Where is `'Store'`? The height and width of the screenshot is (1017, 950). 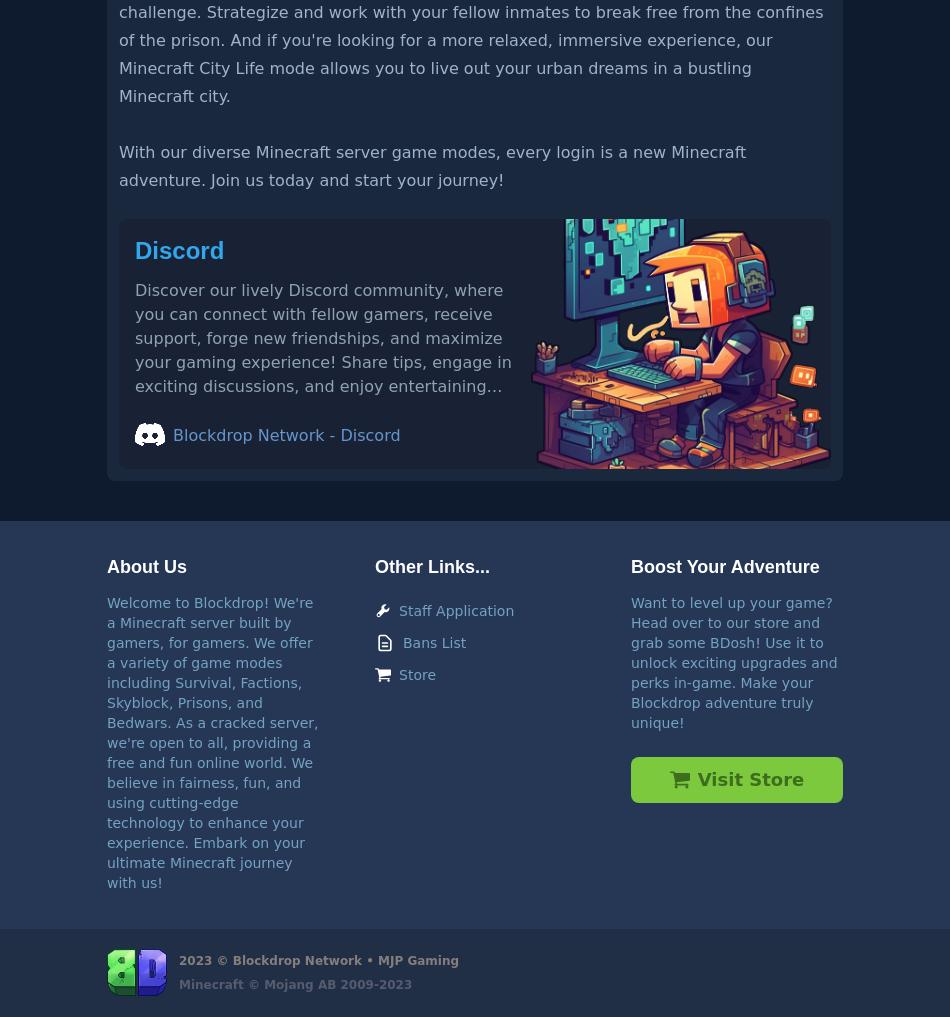 'Store' is located at coordinates (398, 673).